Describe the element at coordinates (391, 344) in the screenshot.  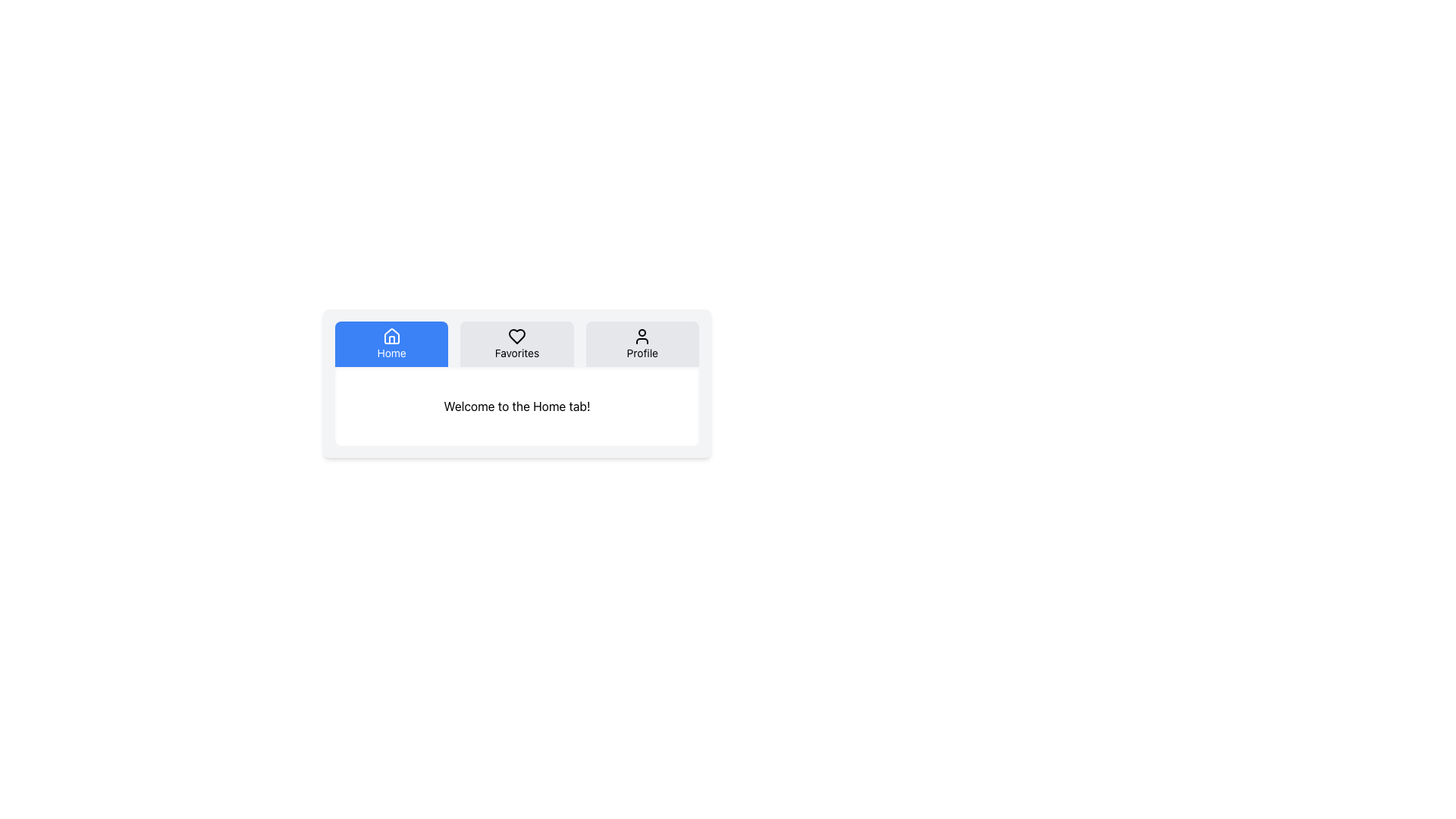
I see `the leftmost 'Home' navigation button to trigger any associated hover effects` at that location.